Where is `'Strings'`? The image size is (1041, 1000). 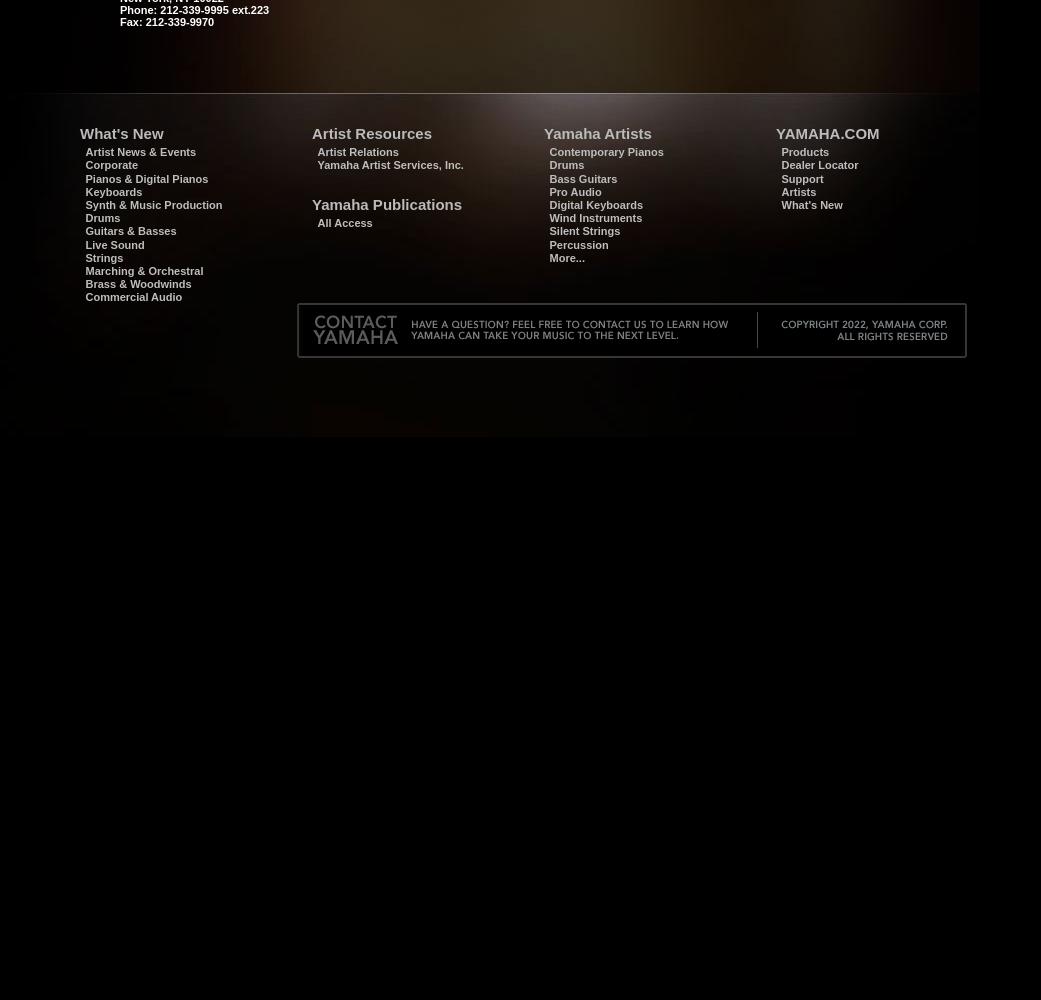
'Strings' is located at coordinates (102, 257).